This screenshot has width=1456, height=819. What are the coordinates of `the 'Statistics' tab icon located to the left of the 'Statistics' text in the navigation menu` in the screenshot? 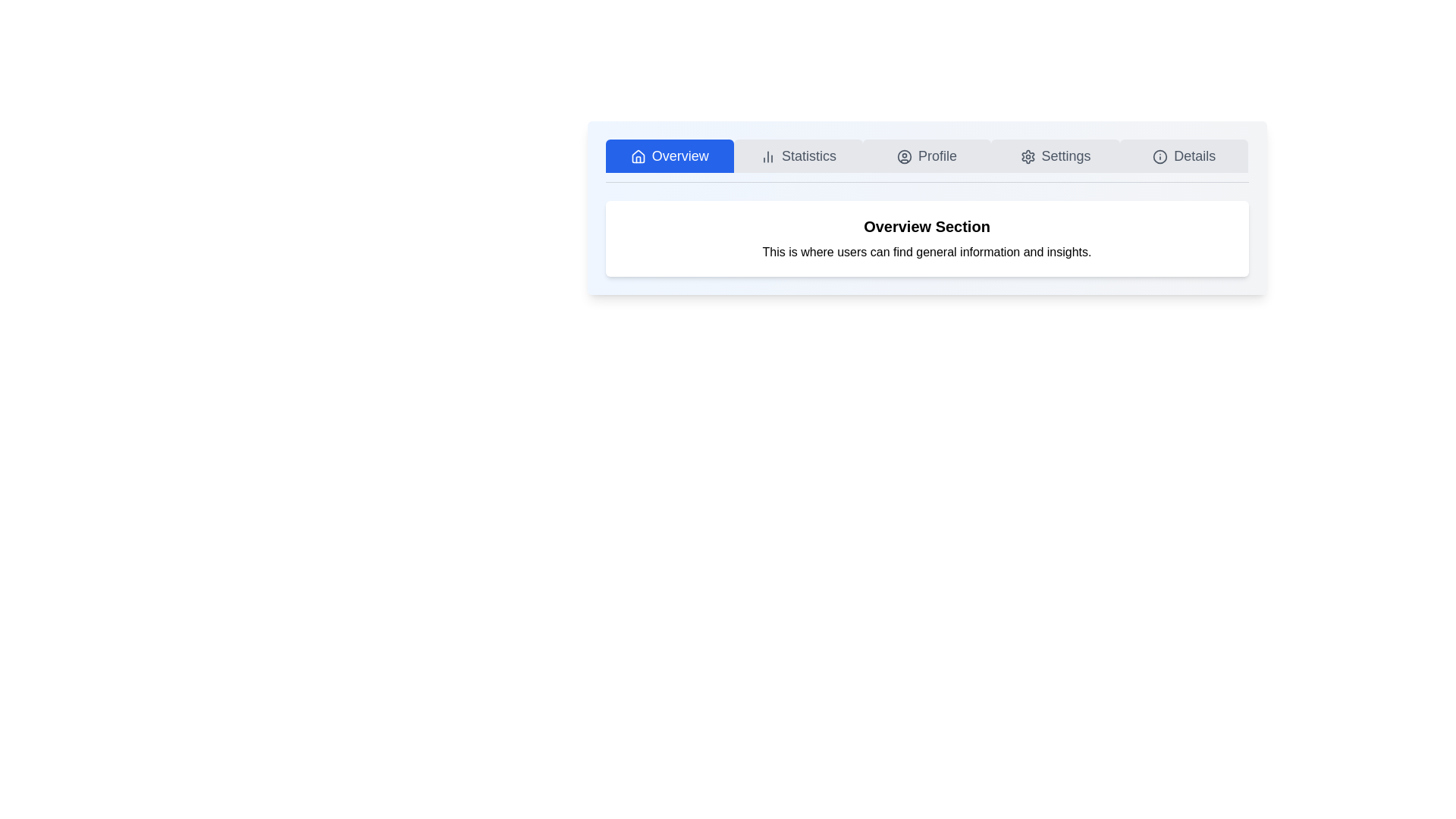 It's located at (767, 157).